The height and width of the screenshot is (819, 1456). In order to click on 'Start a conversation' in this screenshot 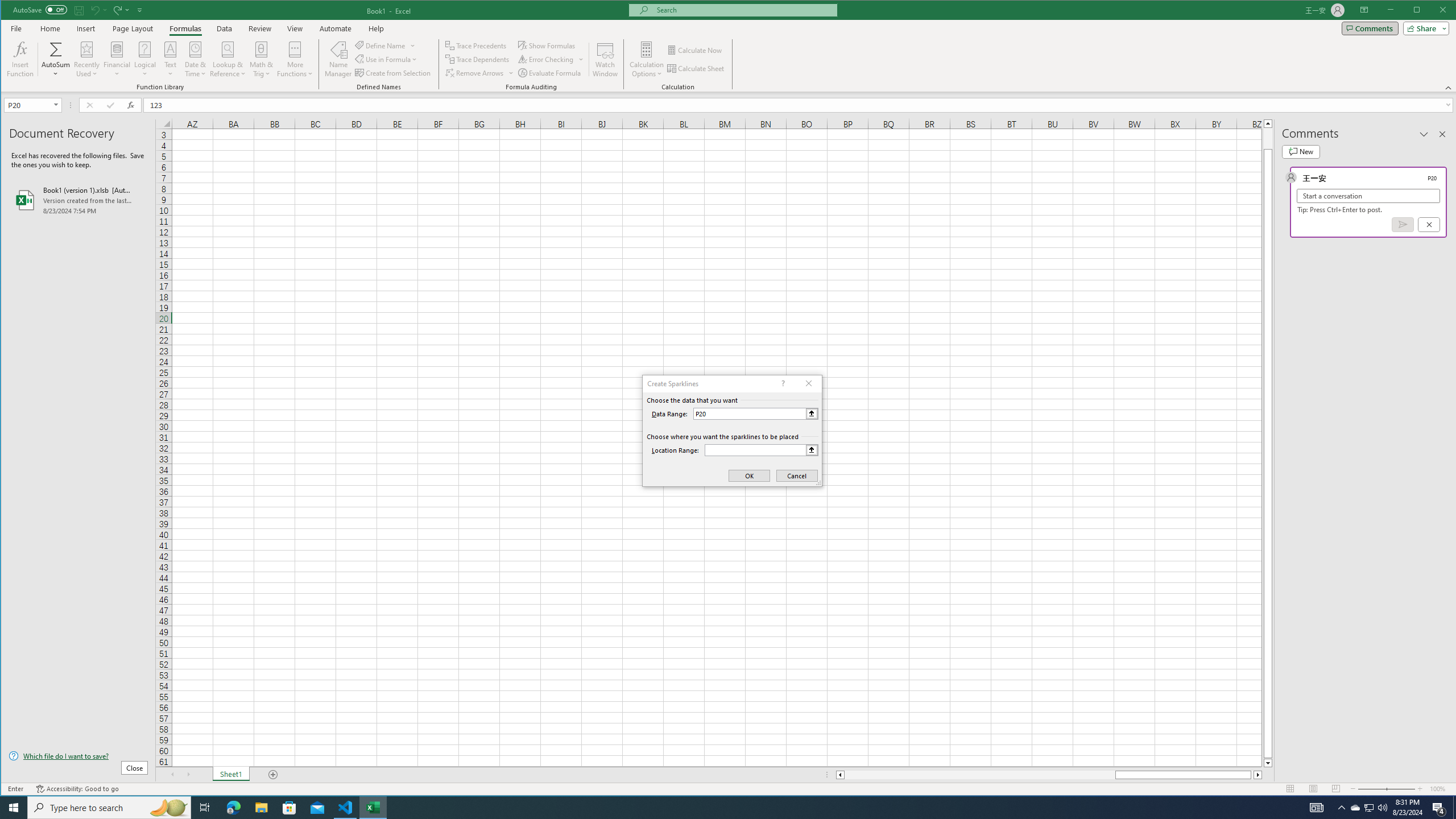, I will do `click(1368, 196)`.